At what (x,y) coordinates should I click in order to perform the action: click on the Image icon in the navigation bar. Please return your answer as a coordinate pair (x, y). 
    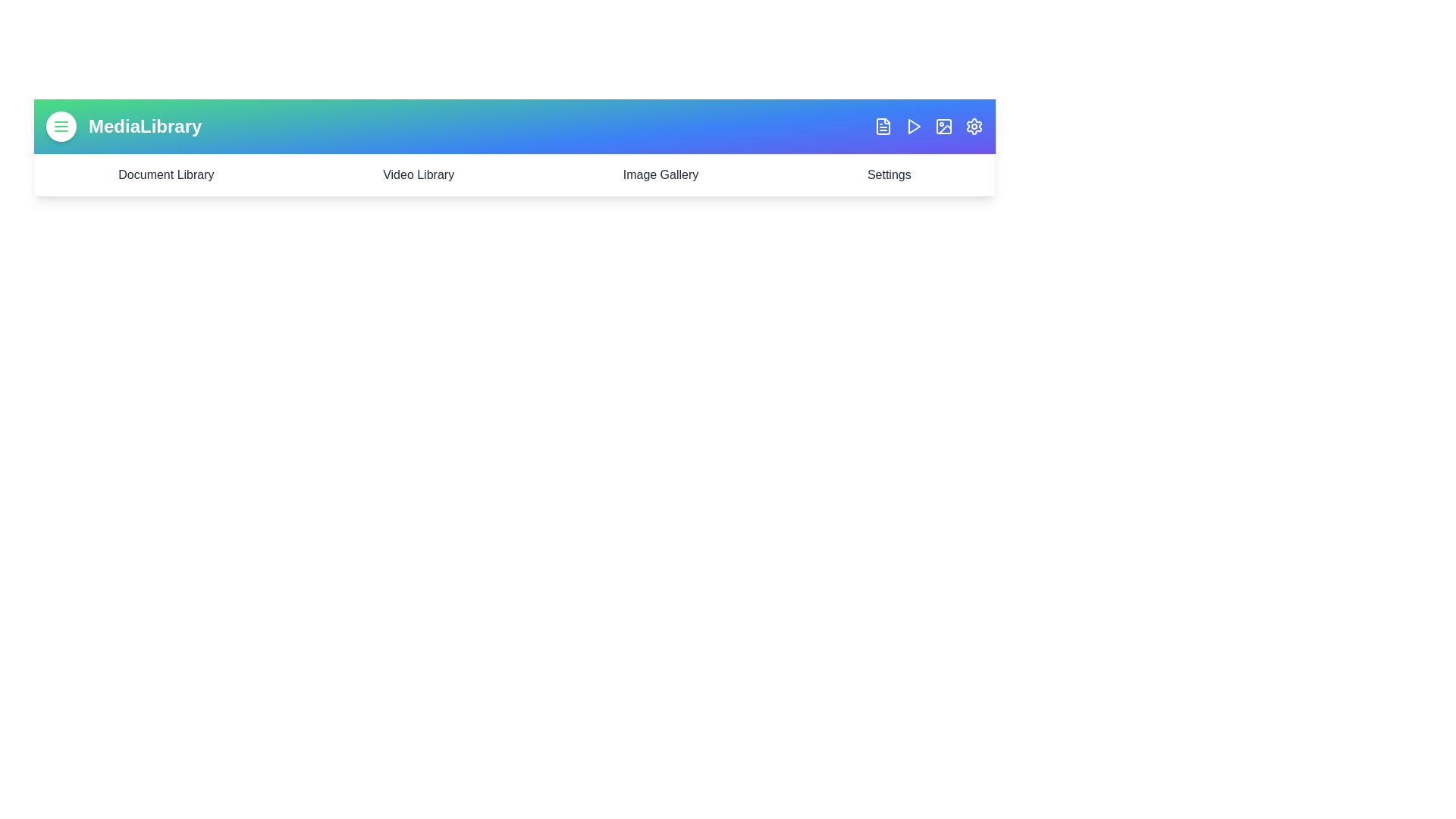
    Looking at the image, I should click on (943, 125).